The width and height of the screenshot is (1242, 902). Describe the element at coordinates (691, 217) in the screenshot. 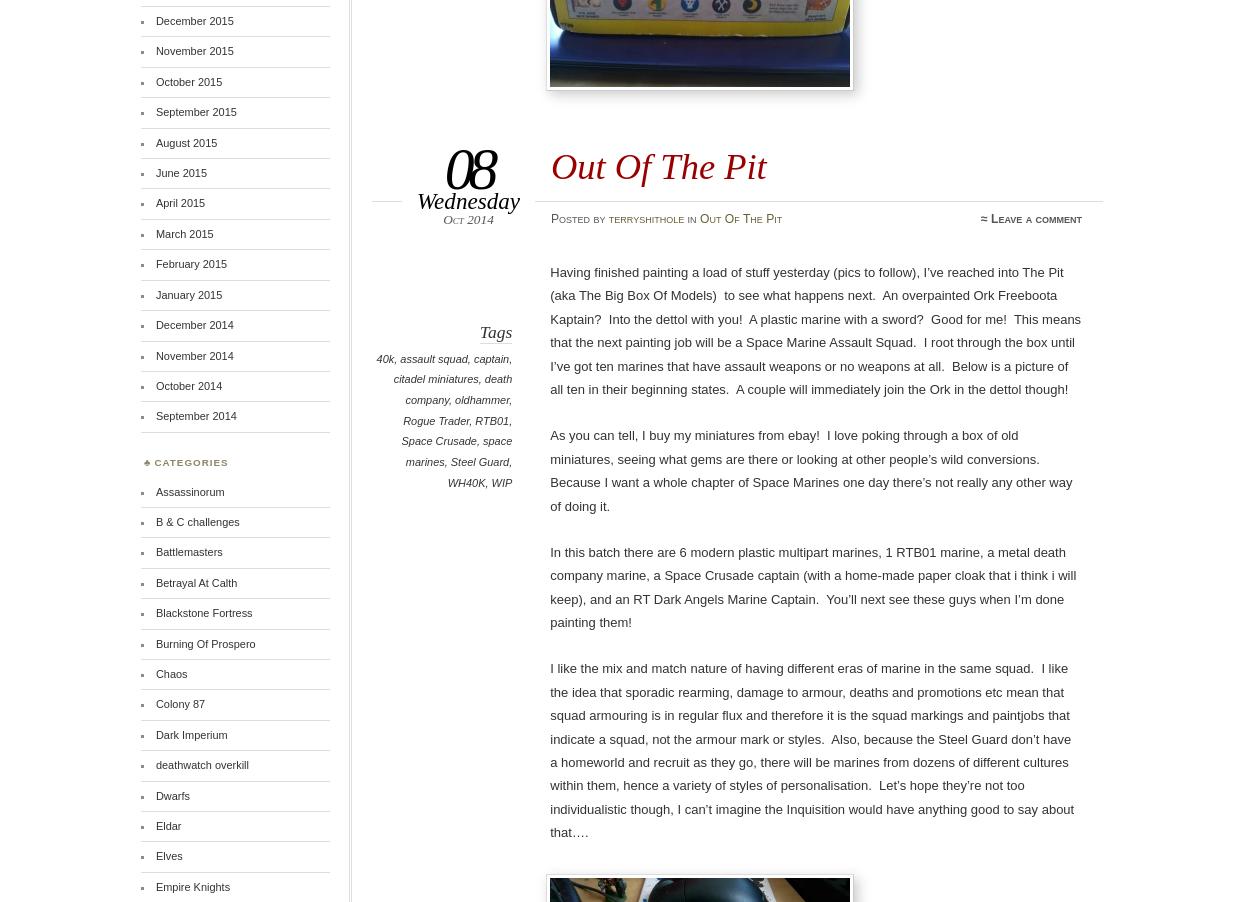

I see `'in'` at that location.